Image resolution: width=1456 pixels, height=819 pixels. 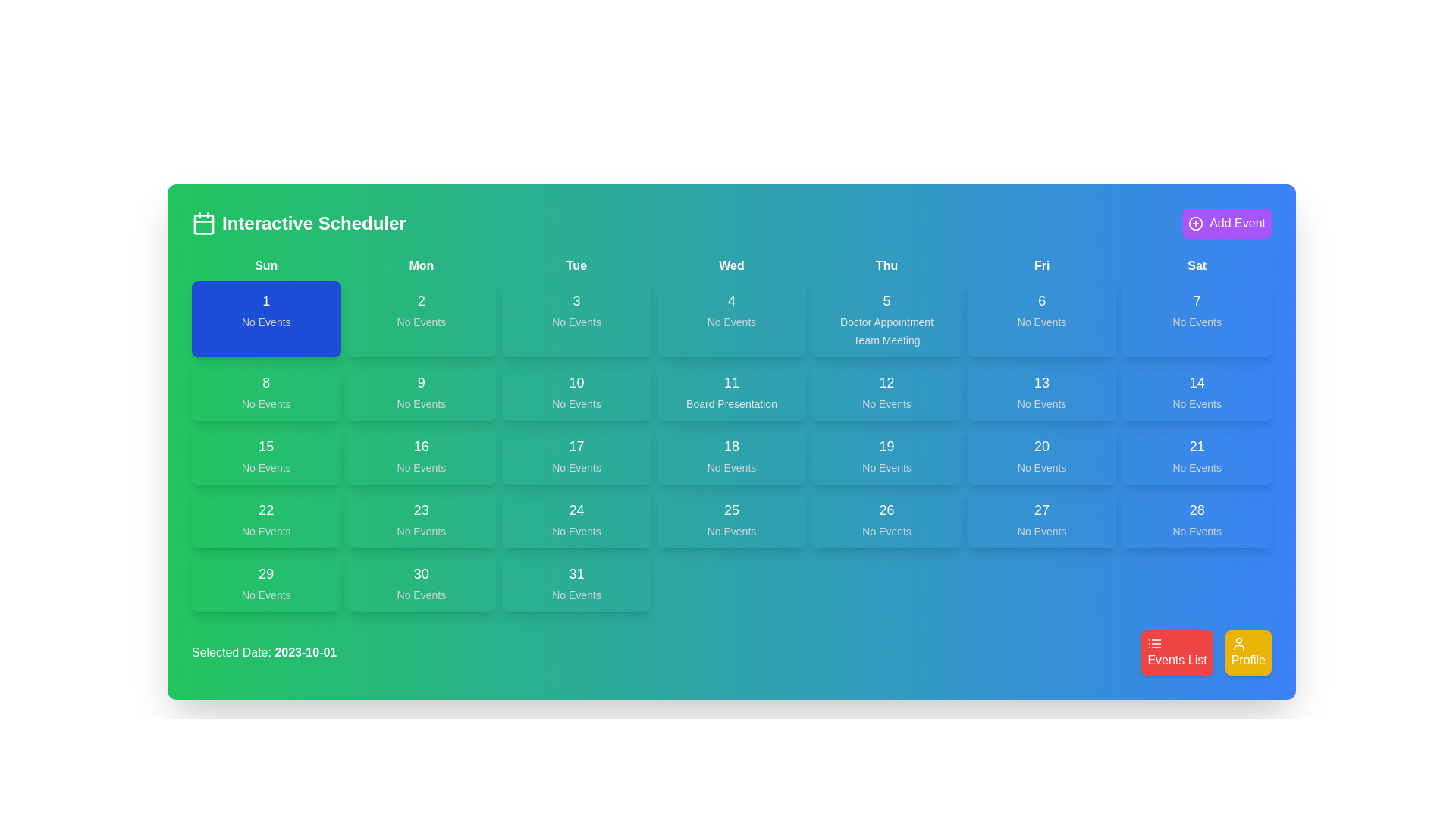 I want to click on the status indicator text label in the calendar component, which shows that no events are scheduled for the respective date, located centrally below the bold '4' text in the 'Wed' column, so click(x=731, y=321).